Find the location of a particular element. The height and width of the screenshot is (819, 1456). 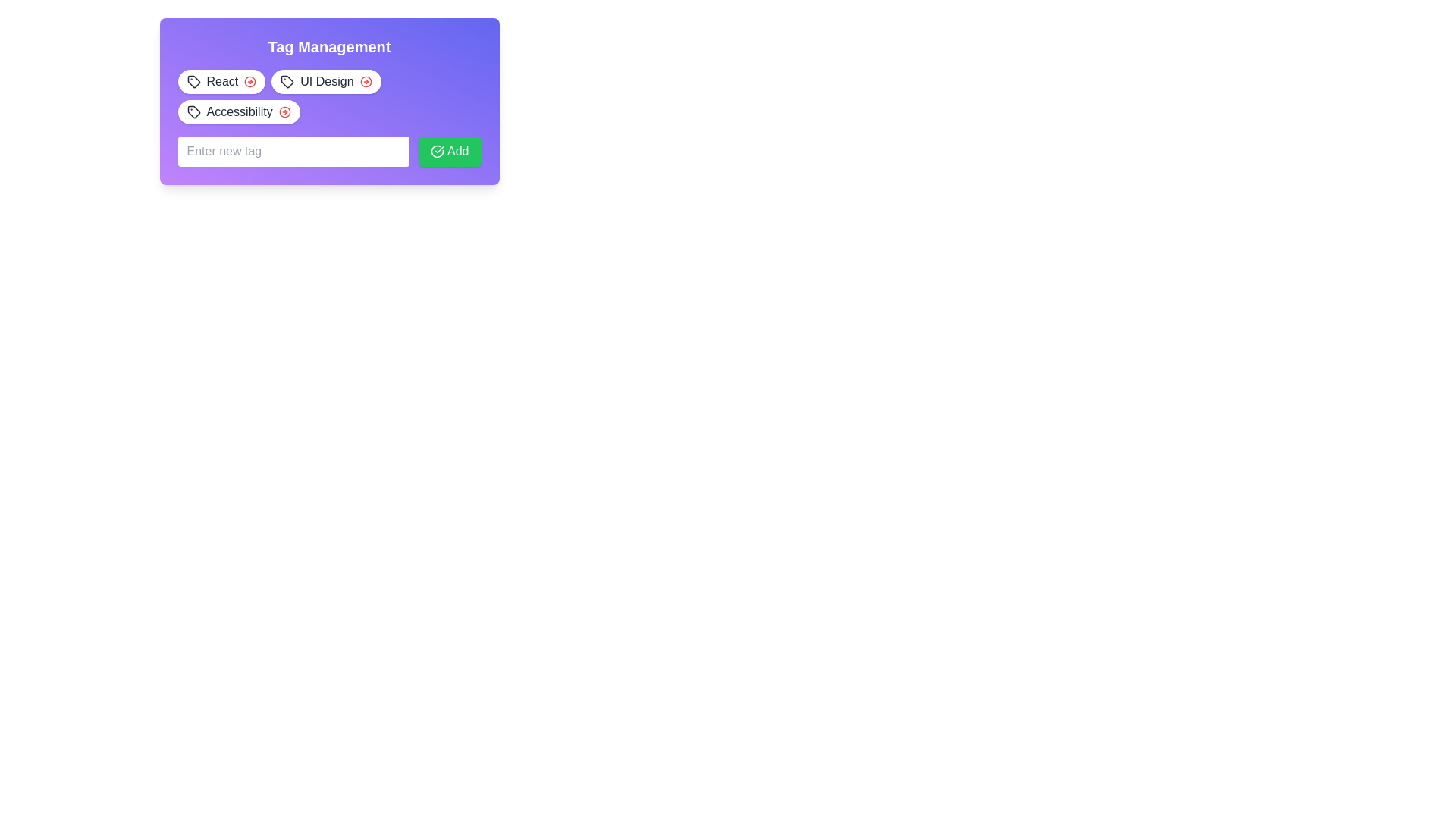

text label of the third tag in the horizontal list under the 'Tag Management' header, which is located to the right of the 'UI Design' tag is located at coordinates (239, 111).